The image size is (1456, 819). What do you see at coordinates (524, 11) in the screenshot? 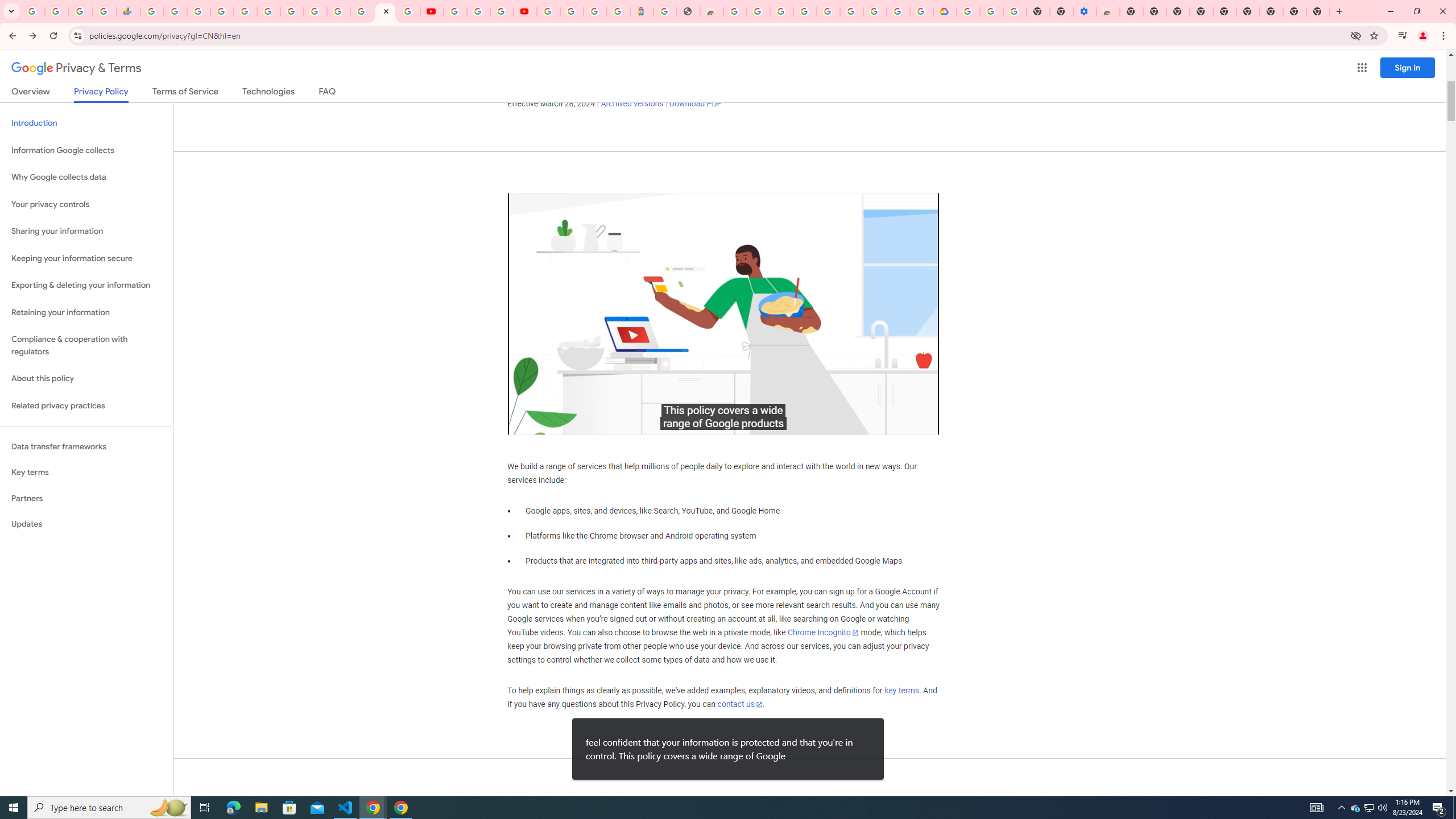
I see `'Content Creator Programs & Opportunities - YouTube Creators'` at bounding box center [524, 11].